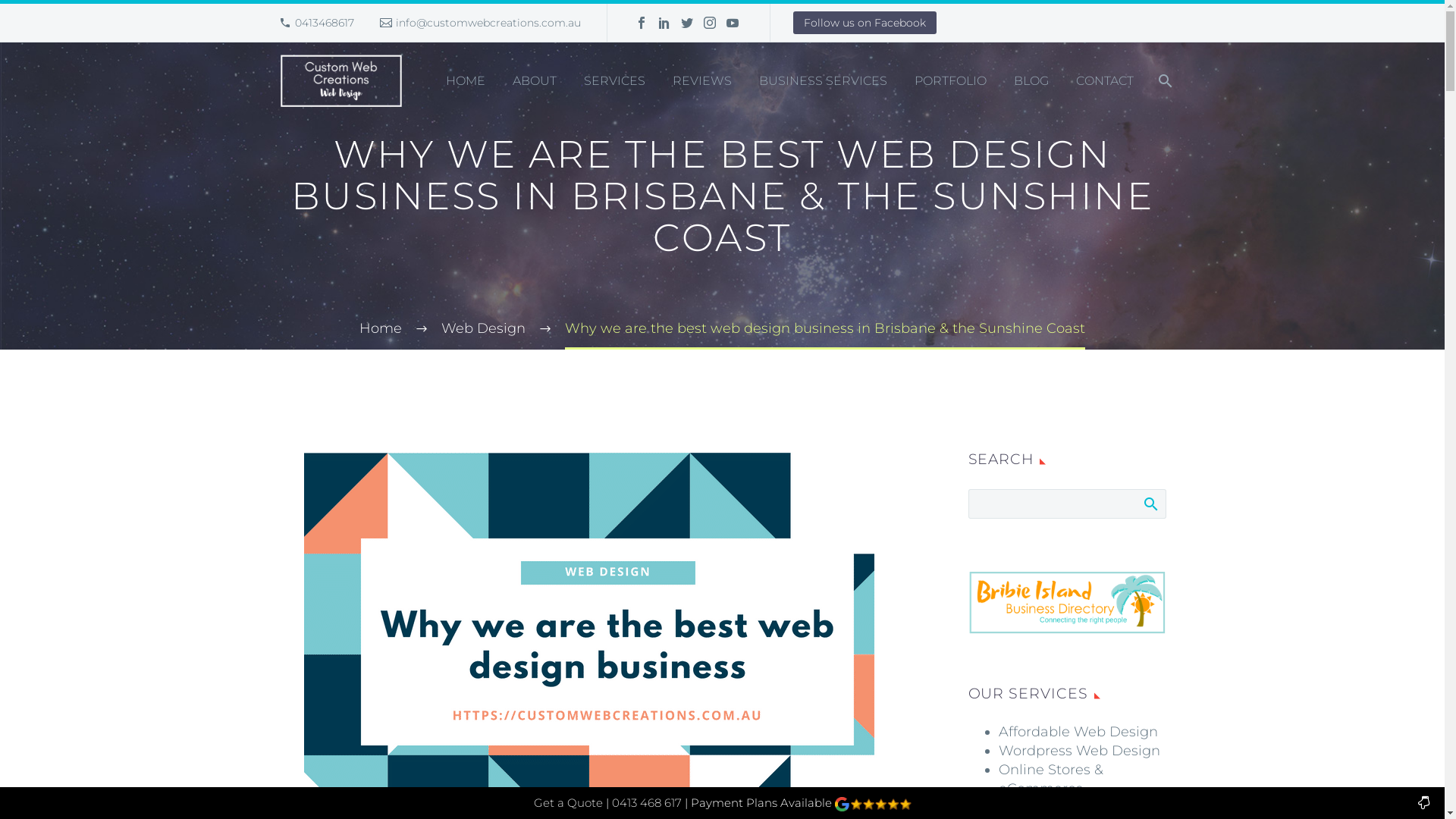 The width and height of the screenshot is (1456, 819). What do you see at coordinates (822, 81) in the screenshot?
I see `'BUSINESS SERVICES'` at bounding box center [822, 81].